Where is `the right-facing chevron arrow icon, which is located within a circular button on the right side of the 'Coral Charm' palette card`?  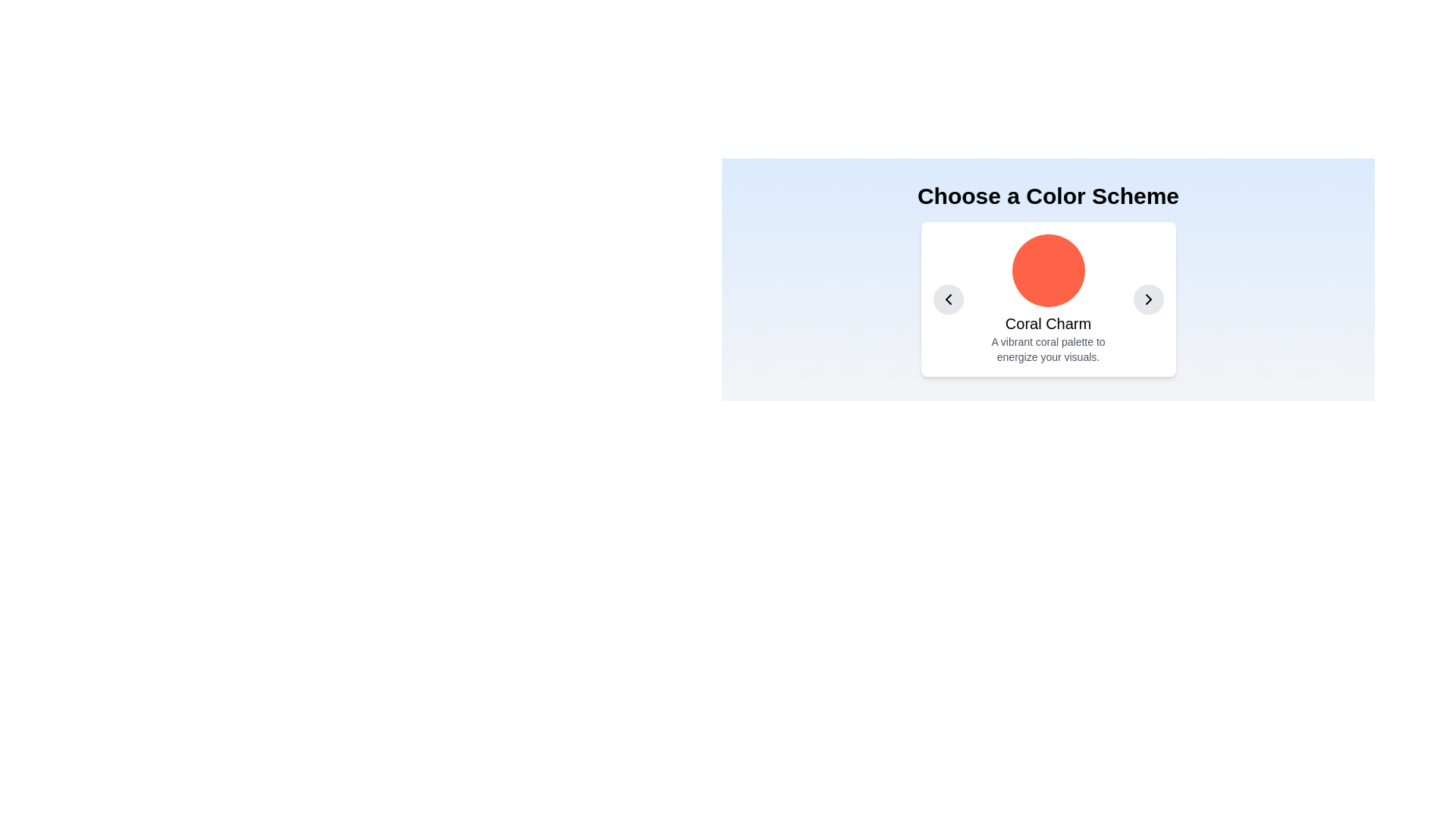 the right-facing chevron arrow icon, which is located within a circular button on the right side of the 'Coral Charm' palette card is located at coordinates (1148, 299).